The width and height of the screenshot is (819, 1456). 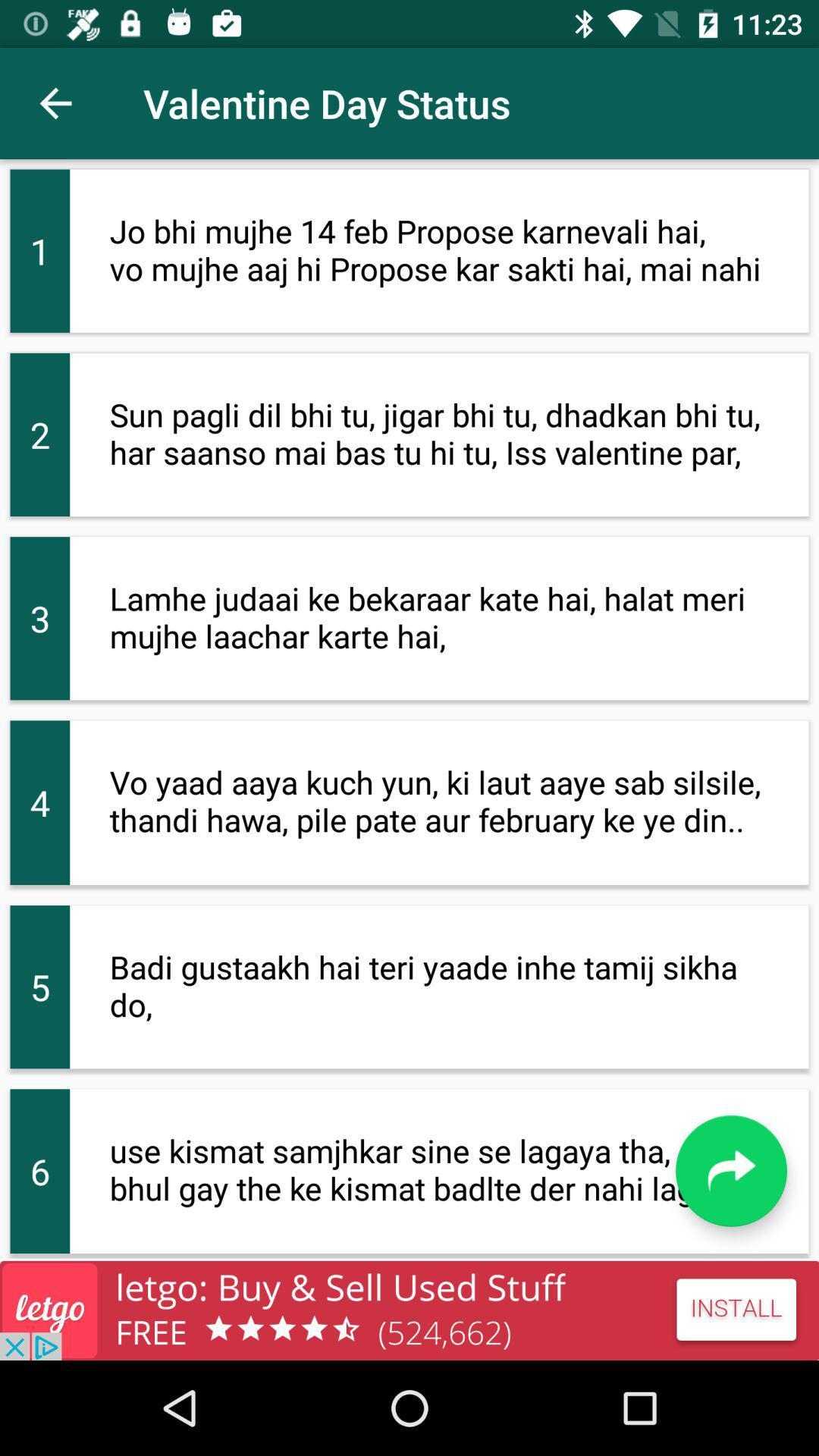 I want to click on goto next, so click(x=730, y=1170).